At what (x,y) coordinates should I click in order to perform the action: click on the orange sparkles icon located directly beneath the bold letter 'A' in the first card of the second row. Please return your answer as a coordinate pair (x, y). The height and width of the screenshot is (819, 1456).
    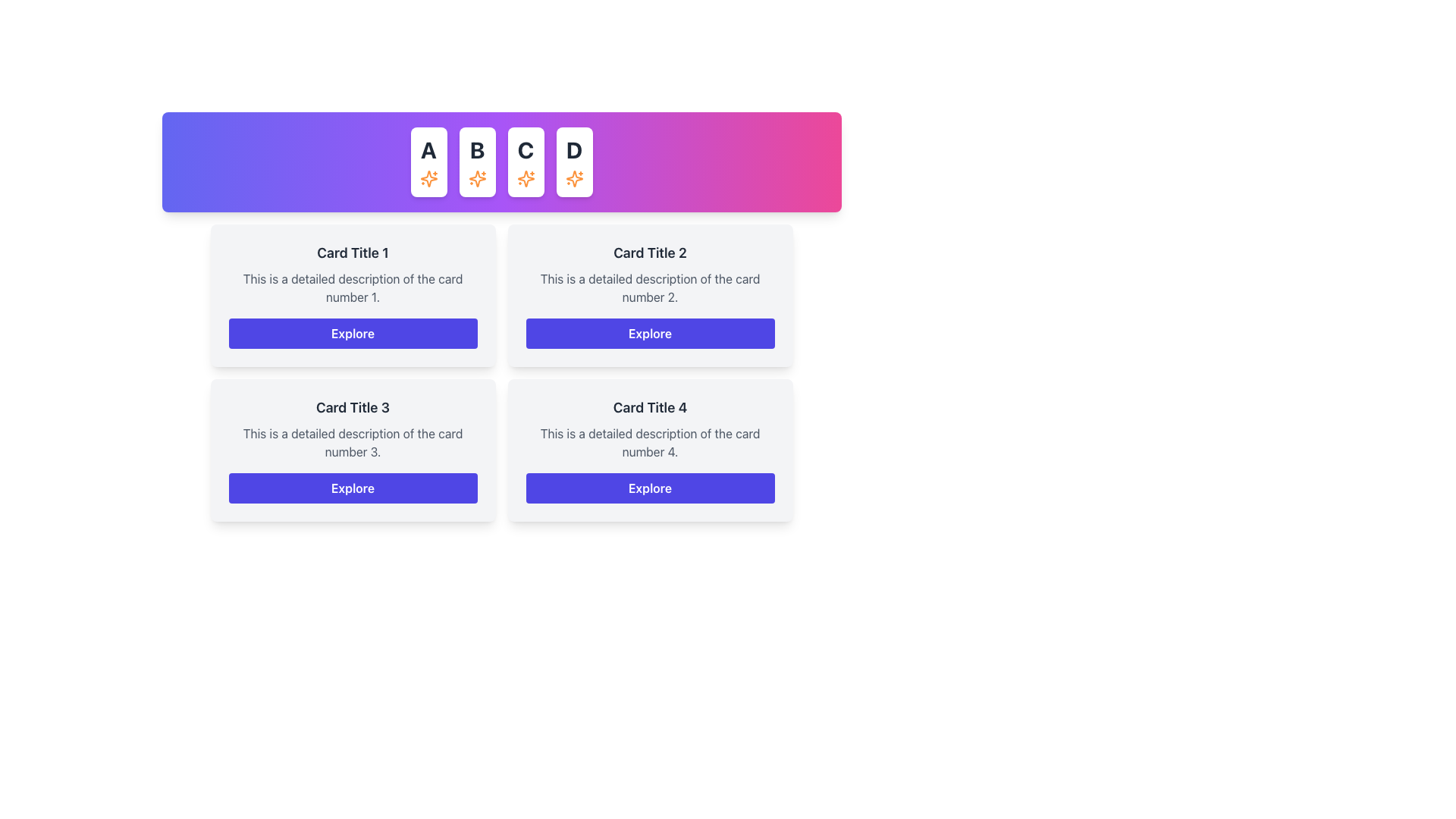
    Looking at the image, I should click on (428, 177).